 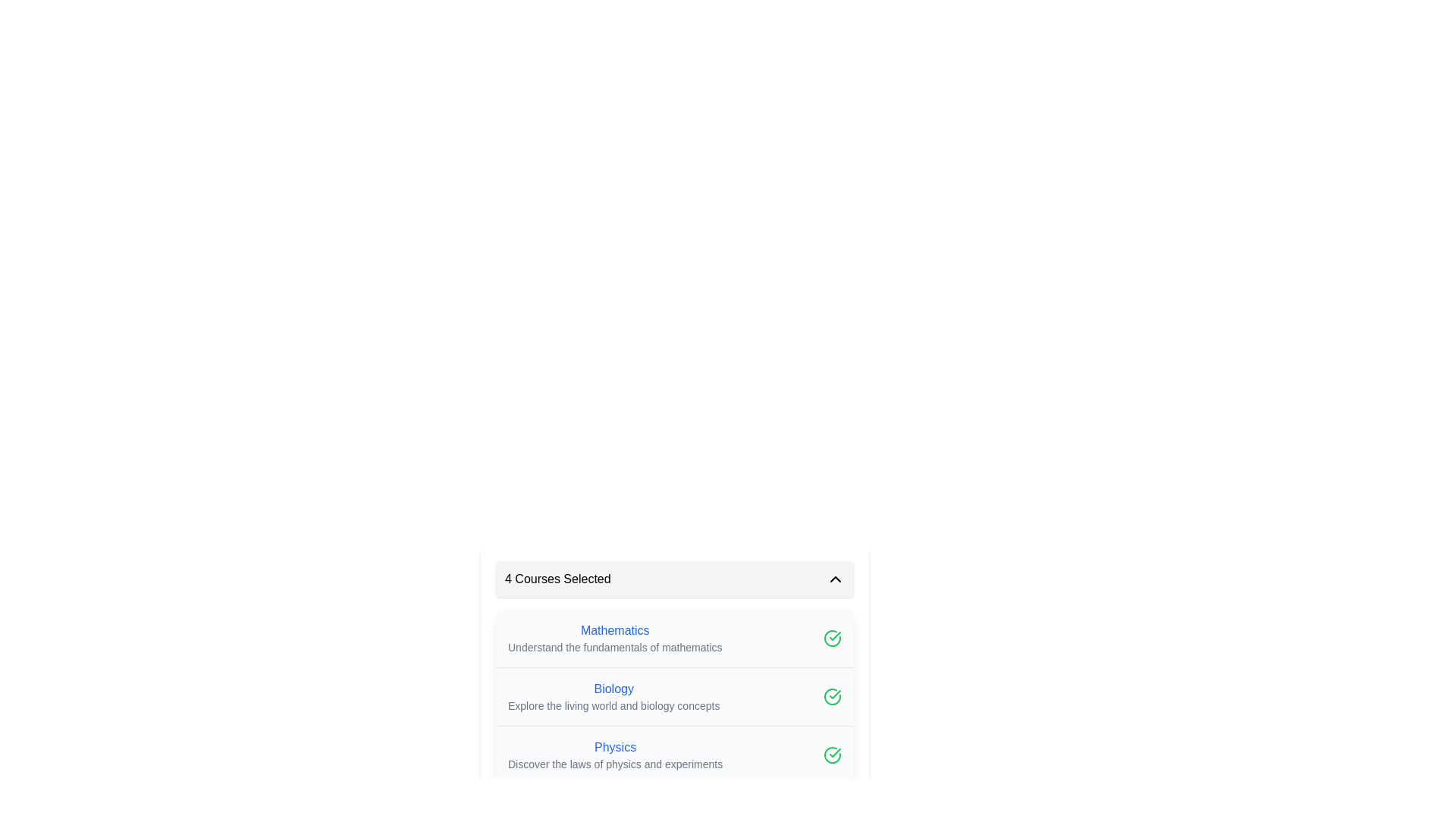 What do you see at coordinates (832, 696) in the screenshot?
I see `the status indicator icon positioned to the right of the 'Biology' label, which signifies the selection or completion of the 'Biology' item` at bounding box center [832, 696].